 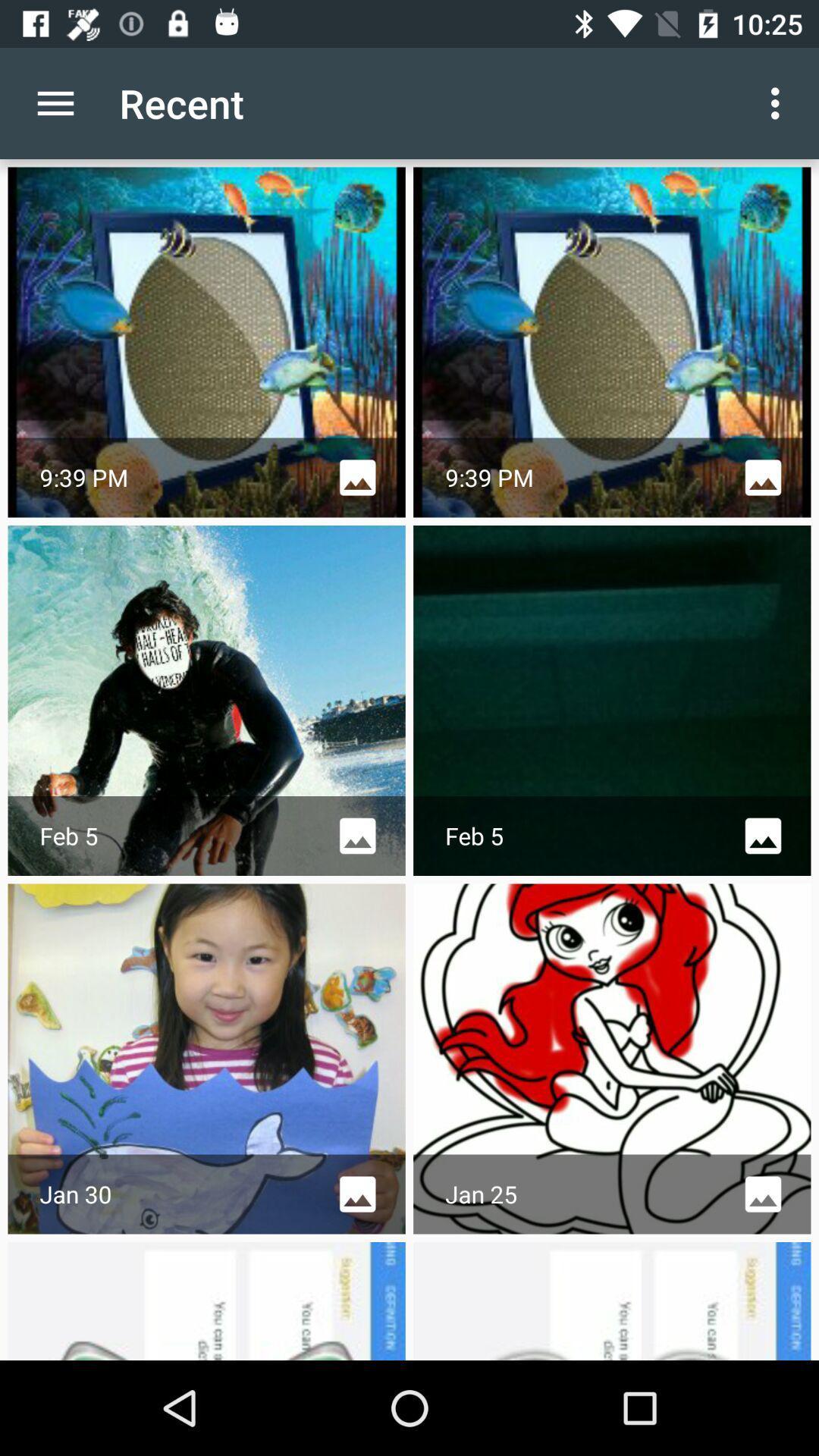 I want to click on 1st image in the 2nd row below recent, so click(x=207, y=700).